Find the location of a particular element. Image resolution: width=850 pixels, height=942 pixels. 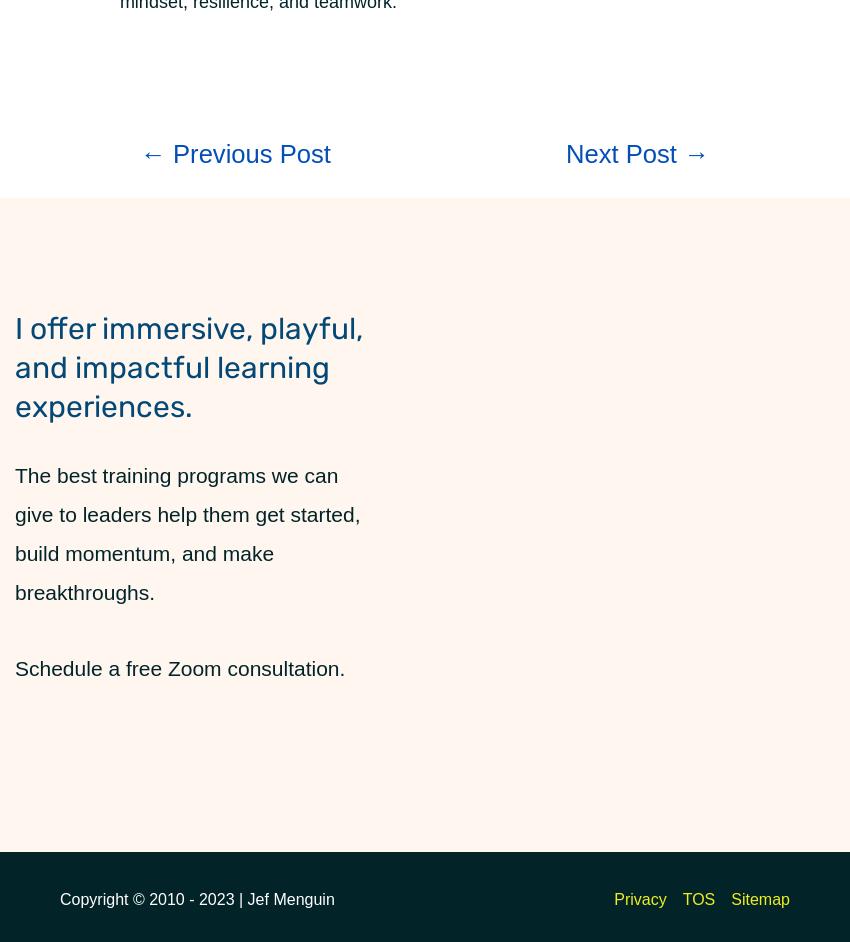

'Jef Menguin' is located at coordinates (247, 898).